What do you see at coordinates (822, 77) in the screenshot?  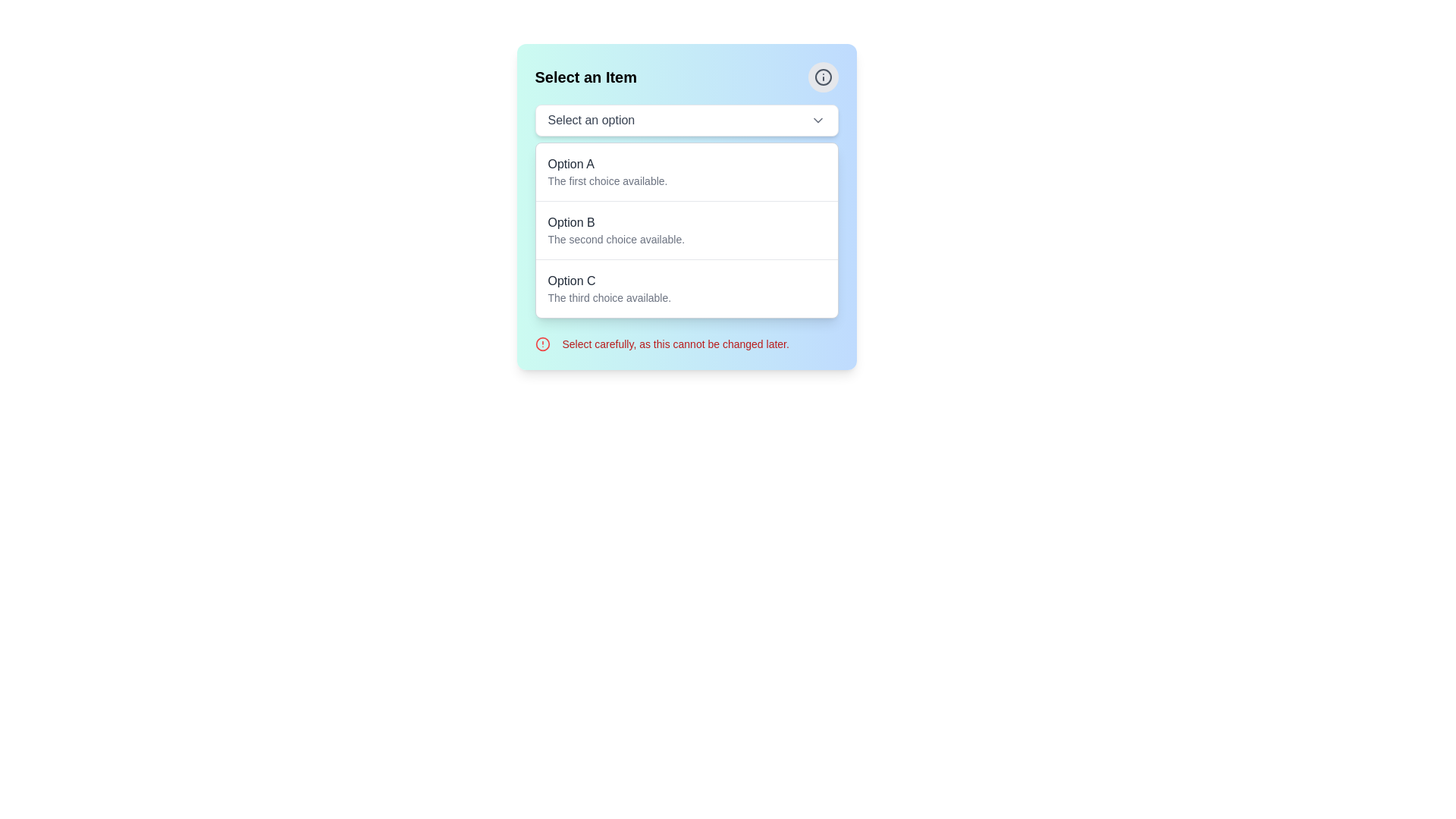 I see `the circular information icon with a gray border and 'i' symbol located` at bounding box center [822, 77].